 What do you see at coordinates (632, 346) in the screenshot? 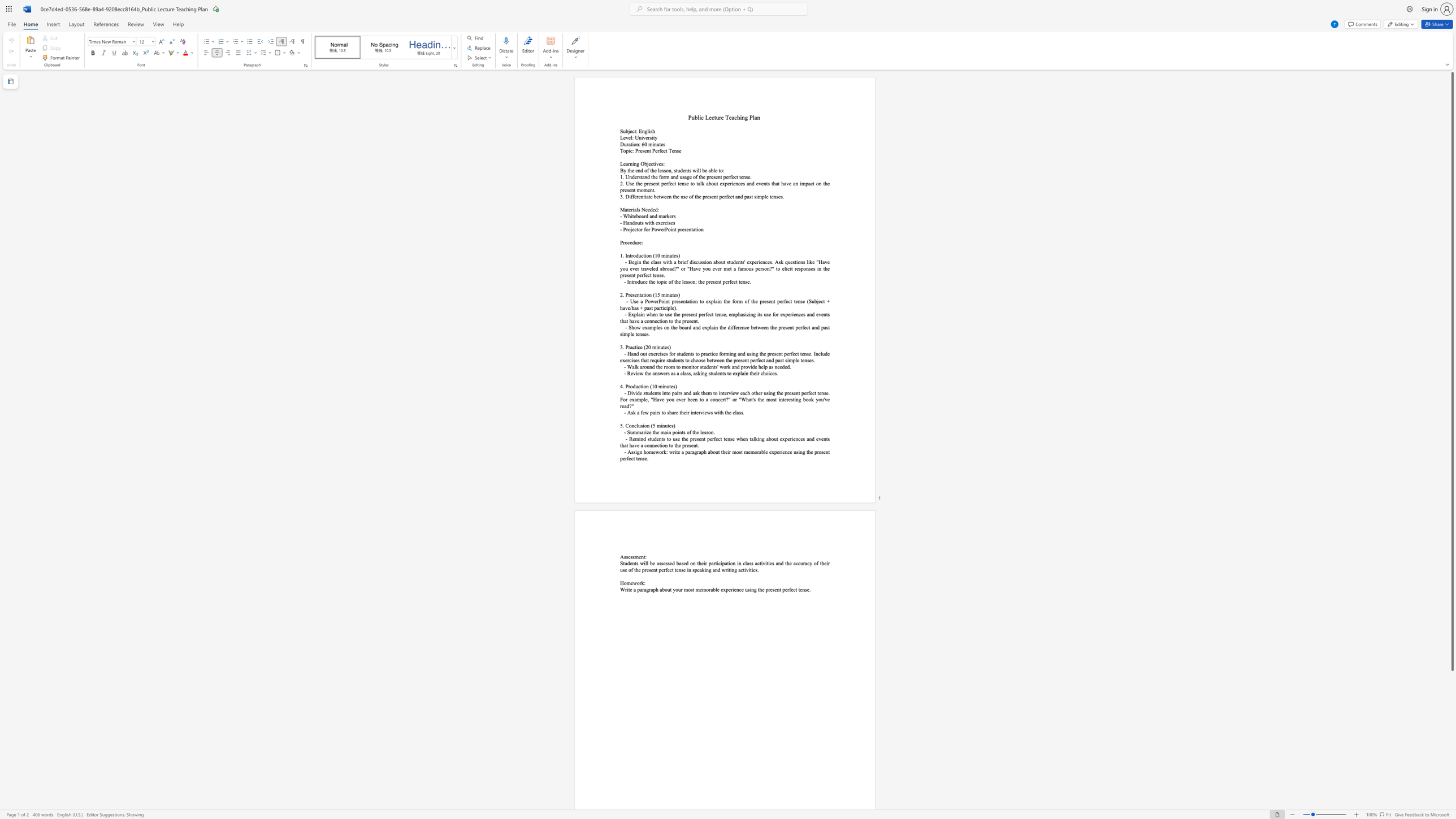
I see `the subset text "ctice (20" within the text "3. Practice (20 minutes)"` at bounding box center [632, 346].